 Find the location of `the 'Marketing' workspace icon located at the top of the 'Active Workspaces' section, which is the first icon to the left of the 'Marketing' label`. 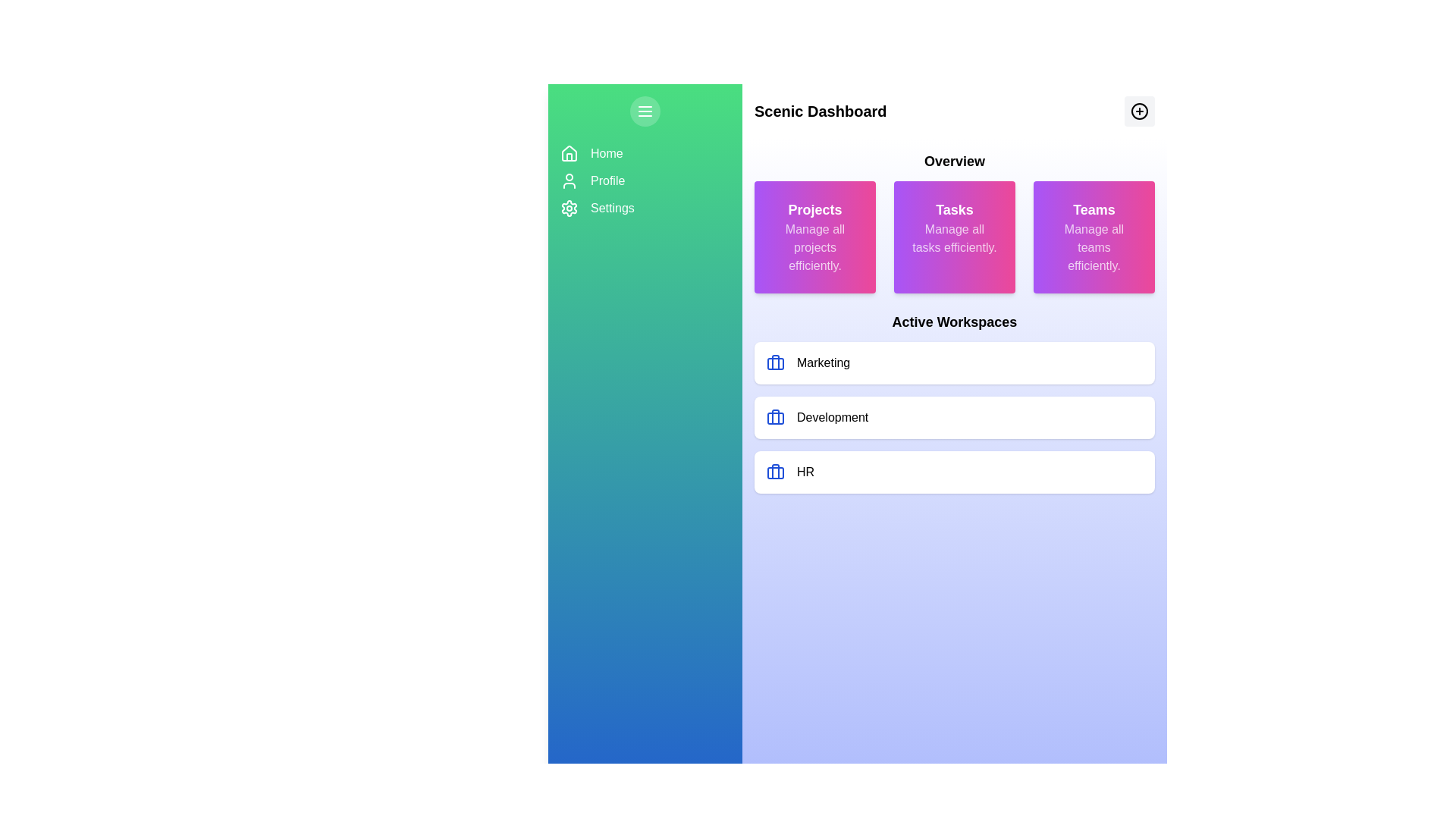

the 'Marketing' workspace icon located at the top of the 'Active Workspaces' section, which is the first icon to the left of the 'Marketing' label is located at coordinates (775, 362).